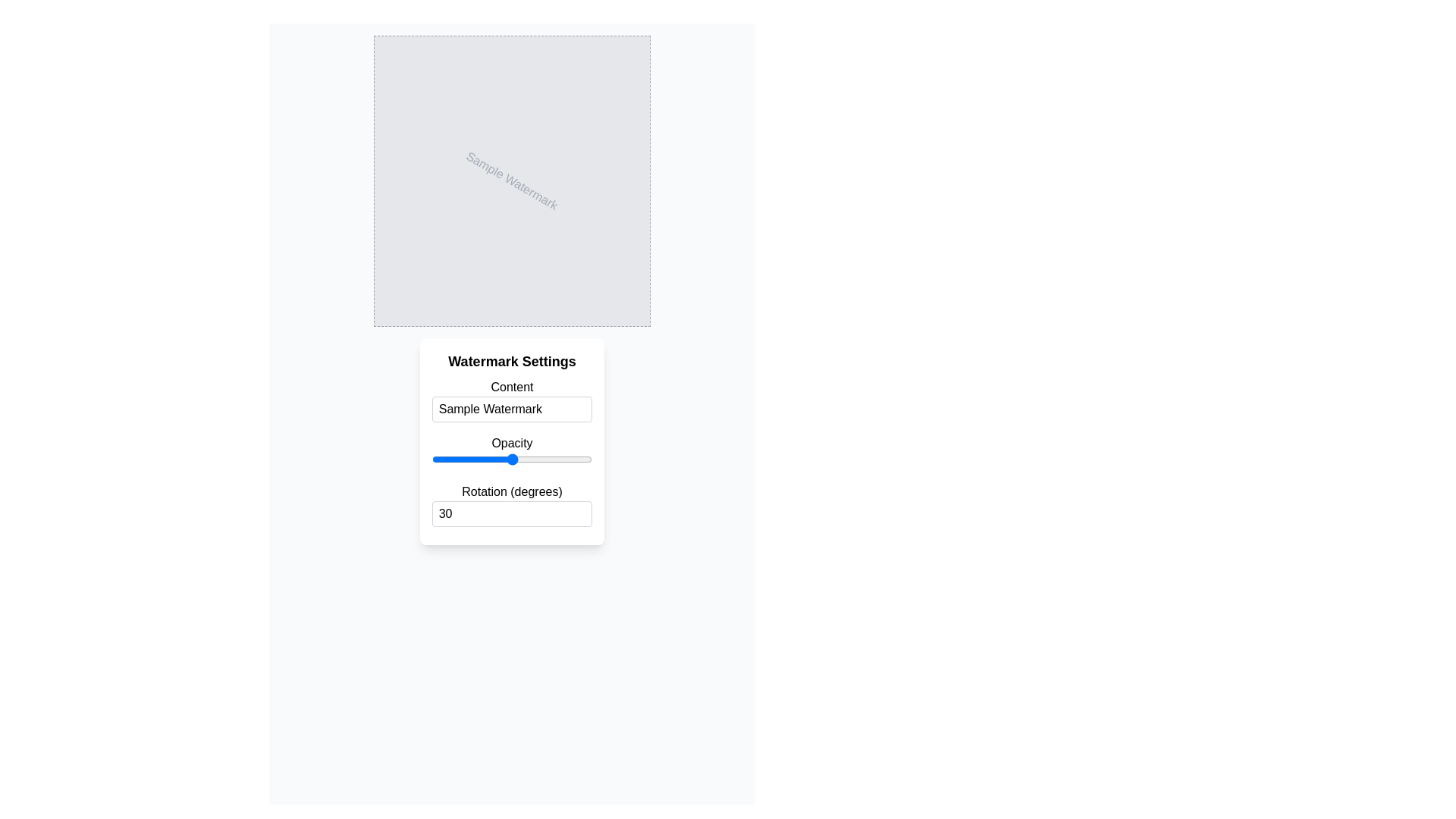  What do you see at coordinates (431, 458) in the screenshot?
I see `the opacity` at bounding box center [431, 458].